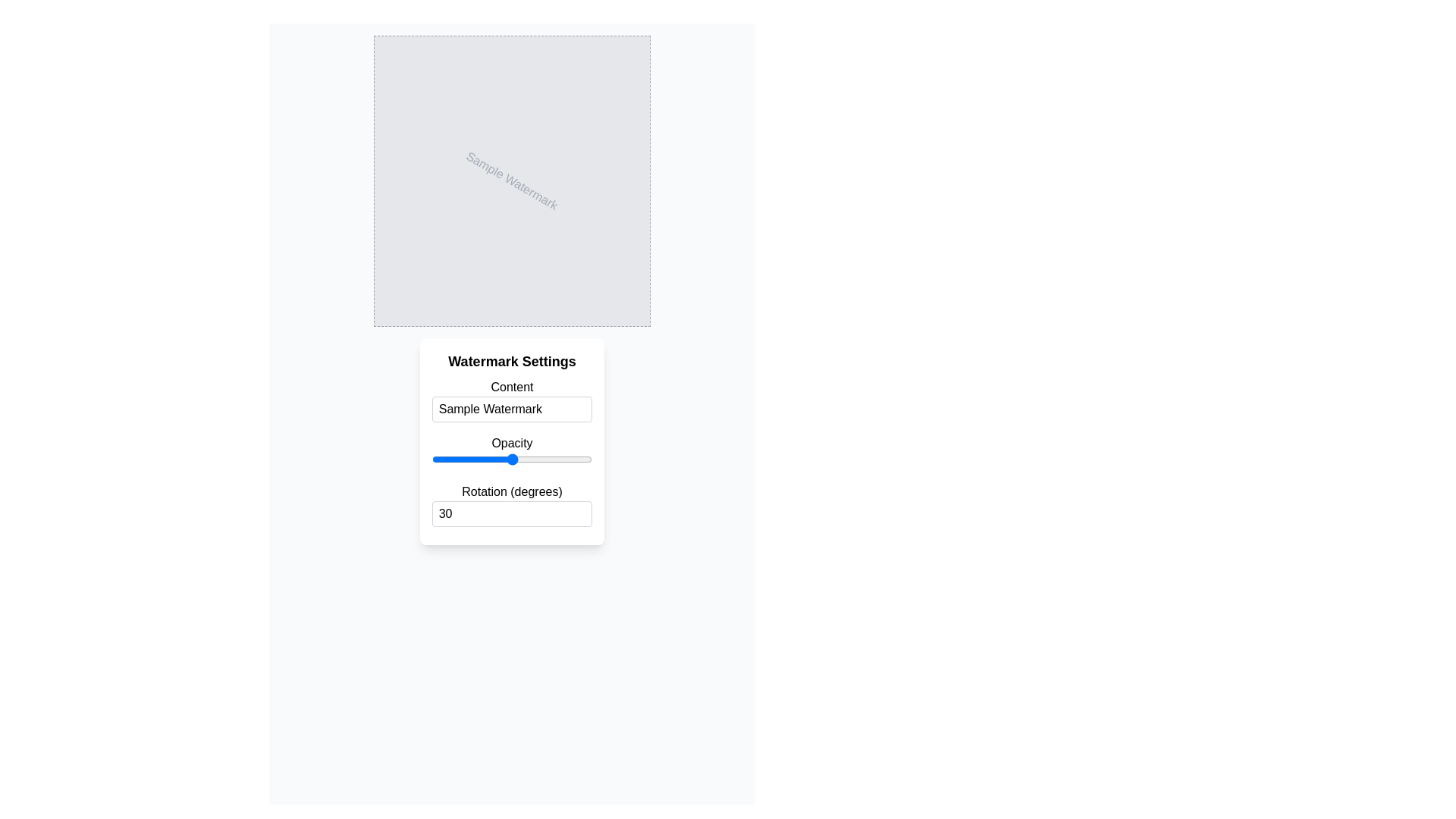  What do you see at coordinates (431, 458) in the screenshot?
I see `the opacity` at bounding box center [431, 458].